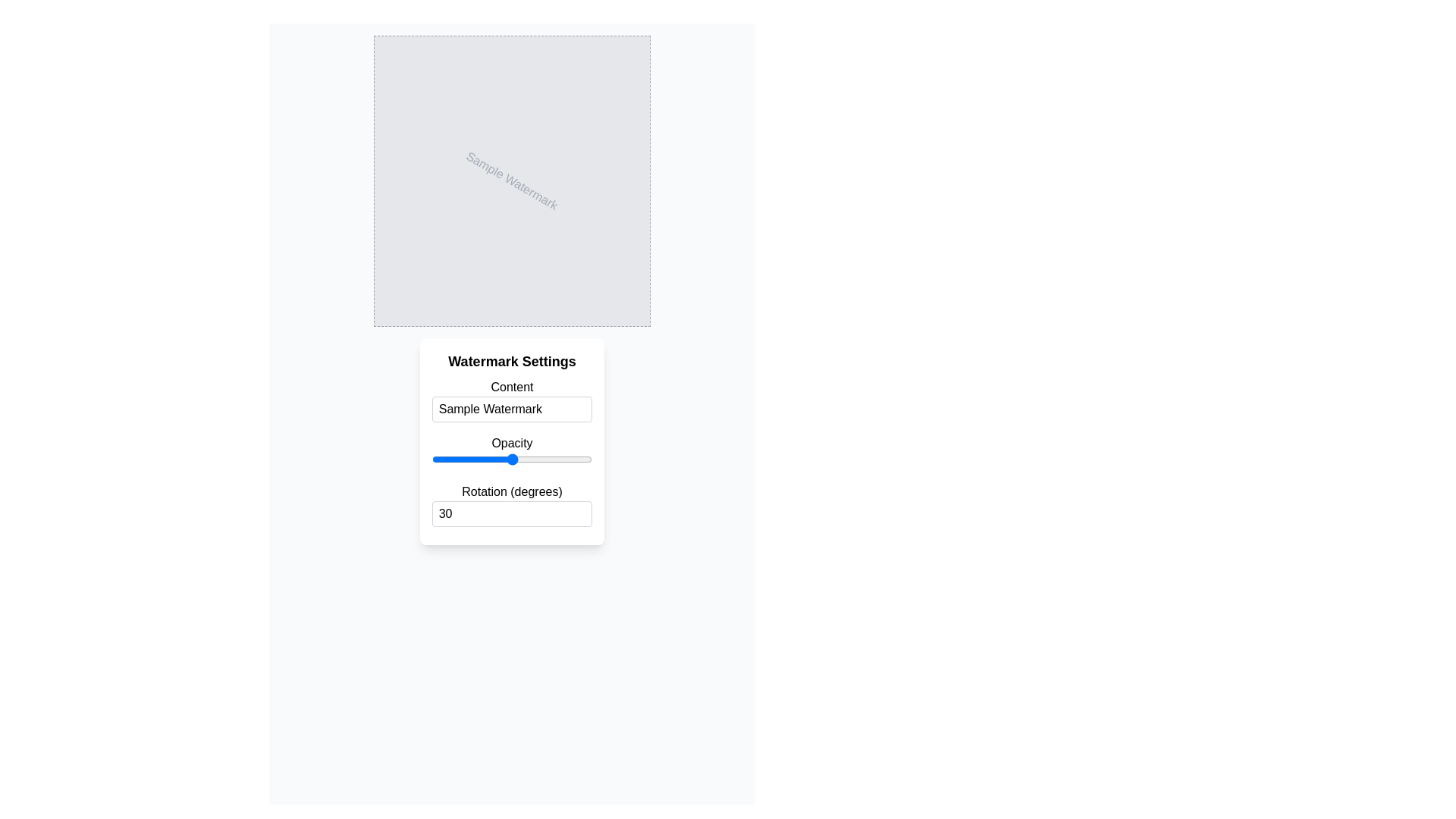  What do you see at coordinates (431, 458) in the screenshot?
I see `the opacity` at bounding box center [431, 458].